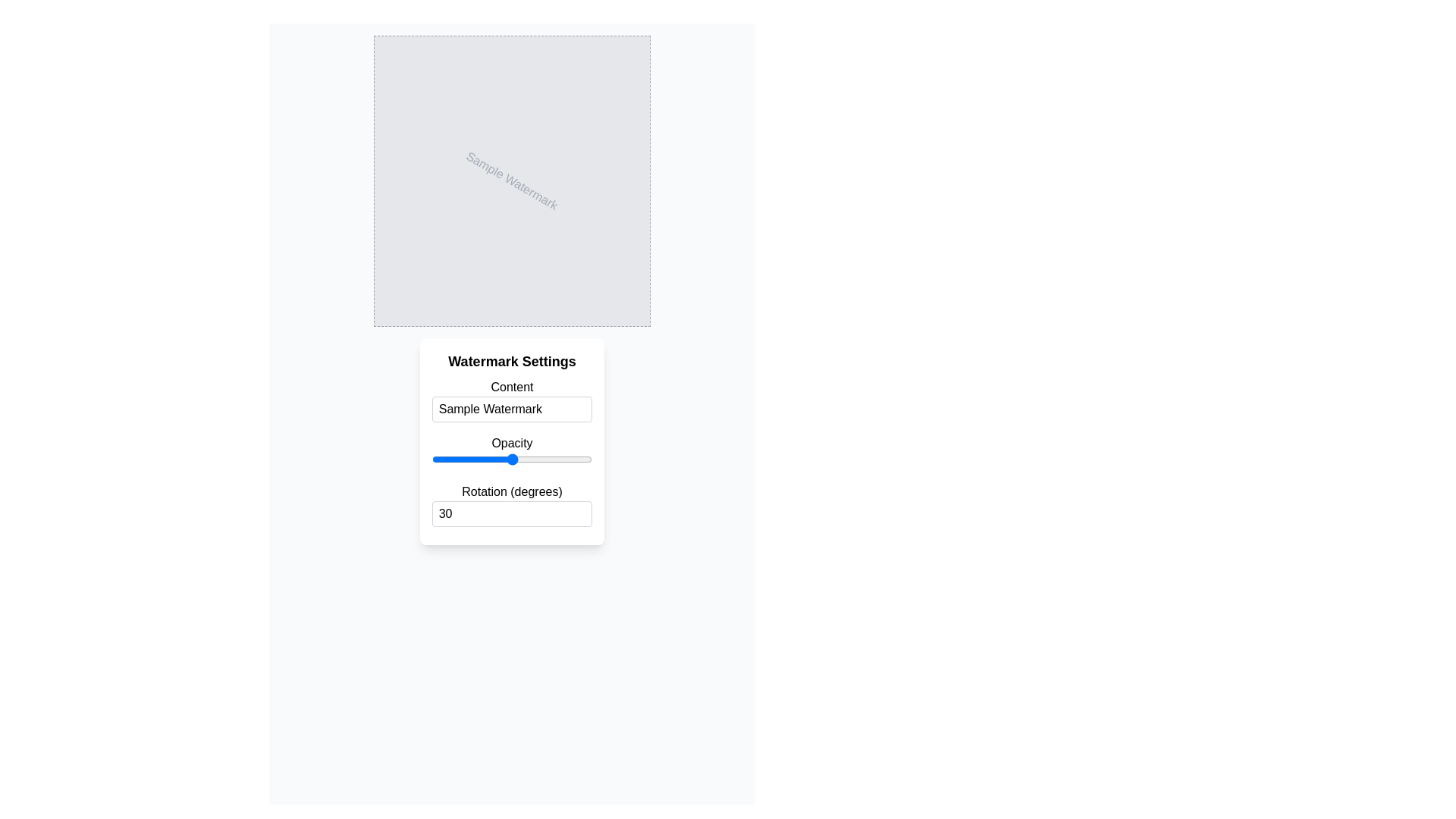  What do you see at coordinates (431, 458) in the screenshot?
I see `the opacity` at bounding box center [431, 458].